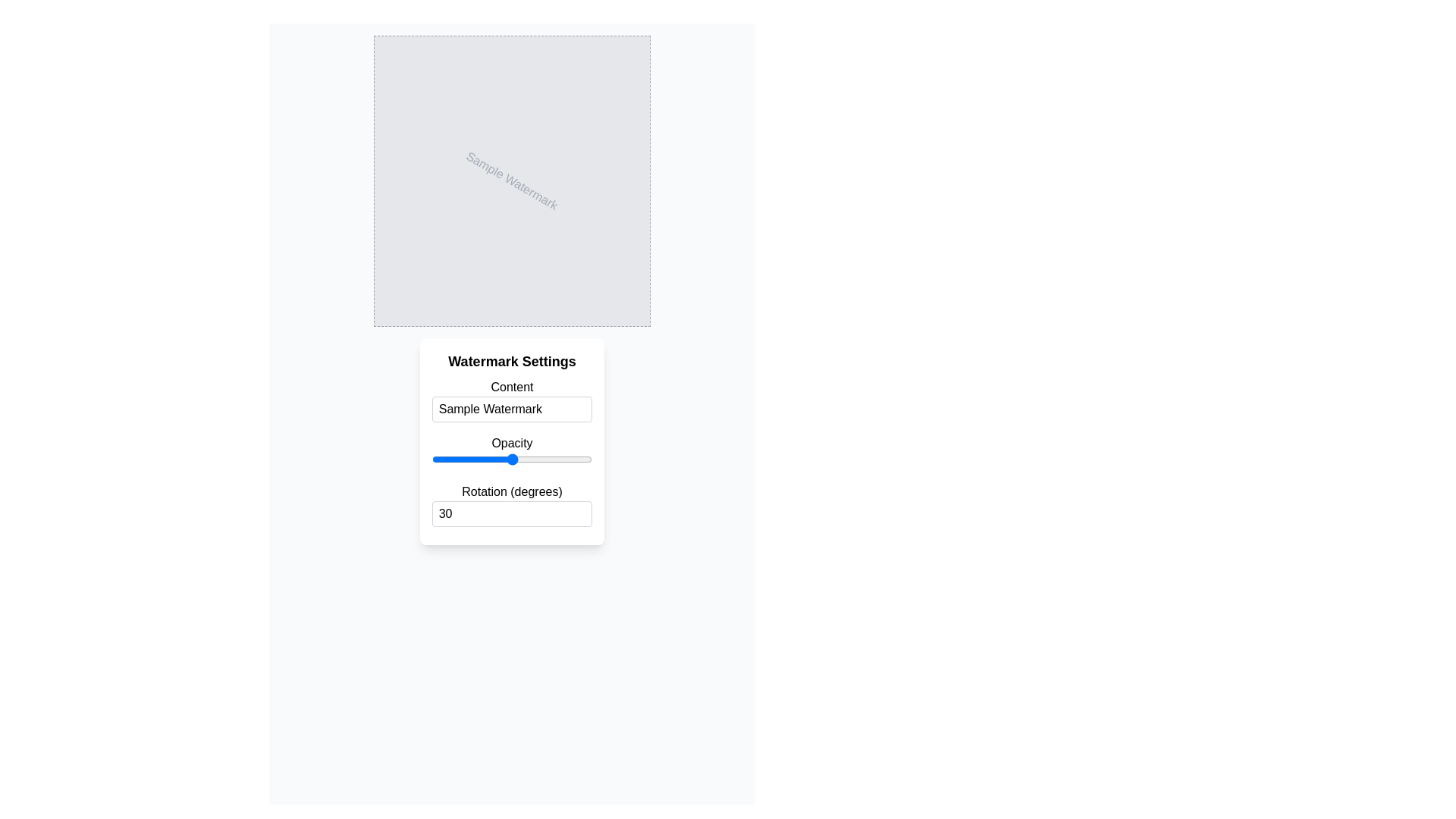  What do you see at coordinates (431, 458) in the screenshot?
I see `the opacity` at bounding box center [431, 458].